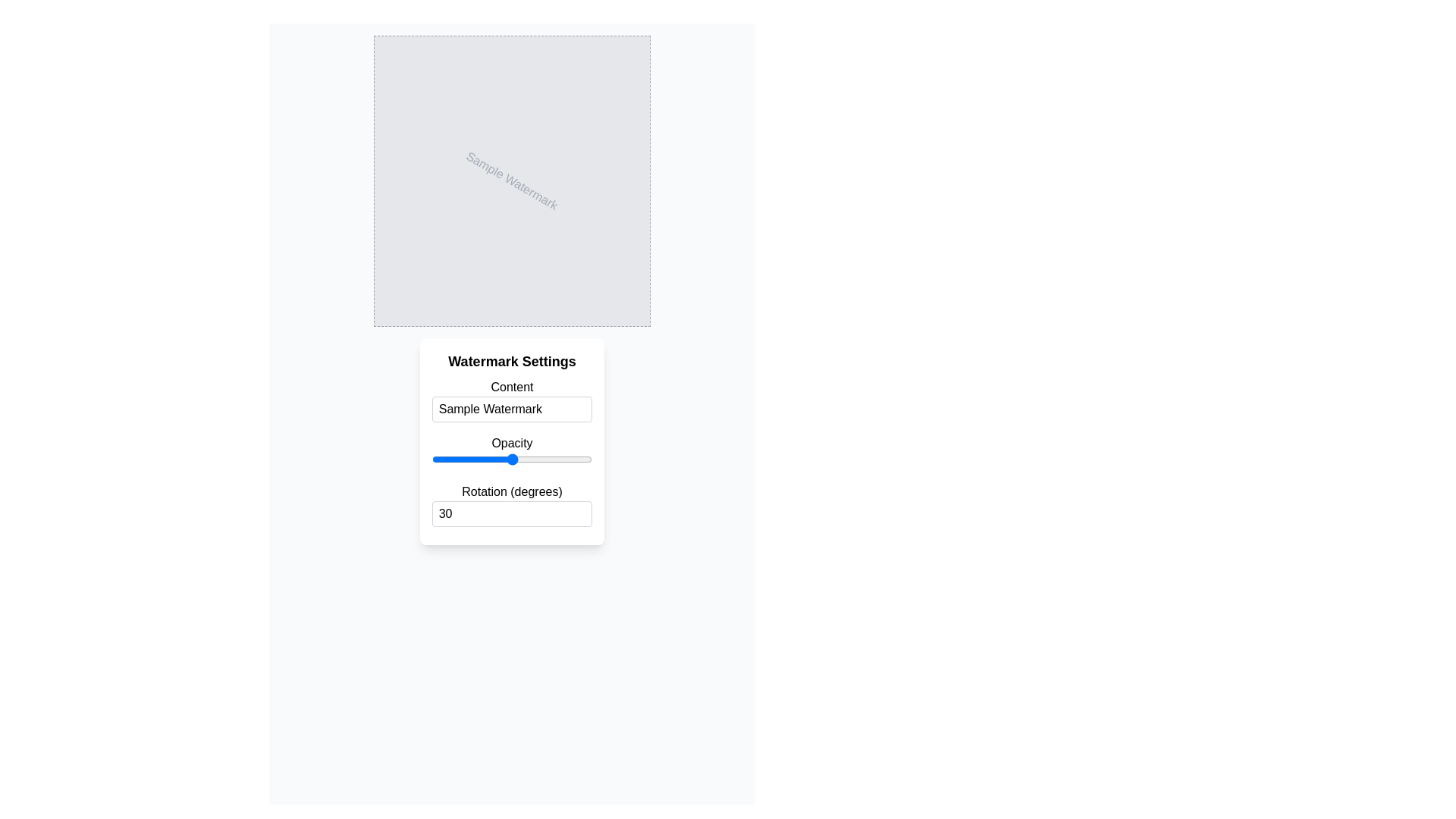  What do you see at coordinates (431, 458) in the screenshot?
I see `the opacity` at bounding box center [431, 458].